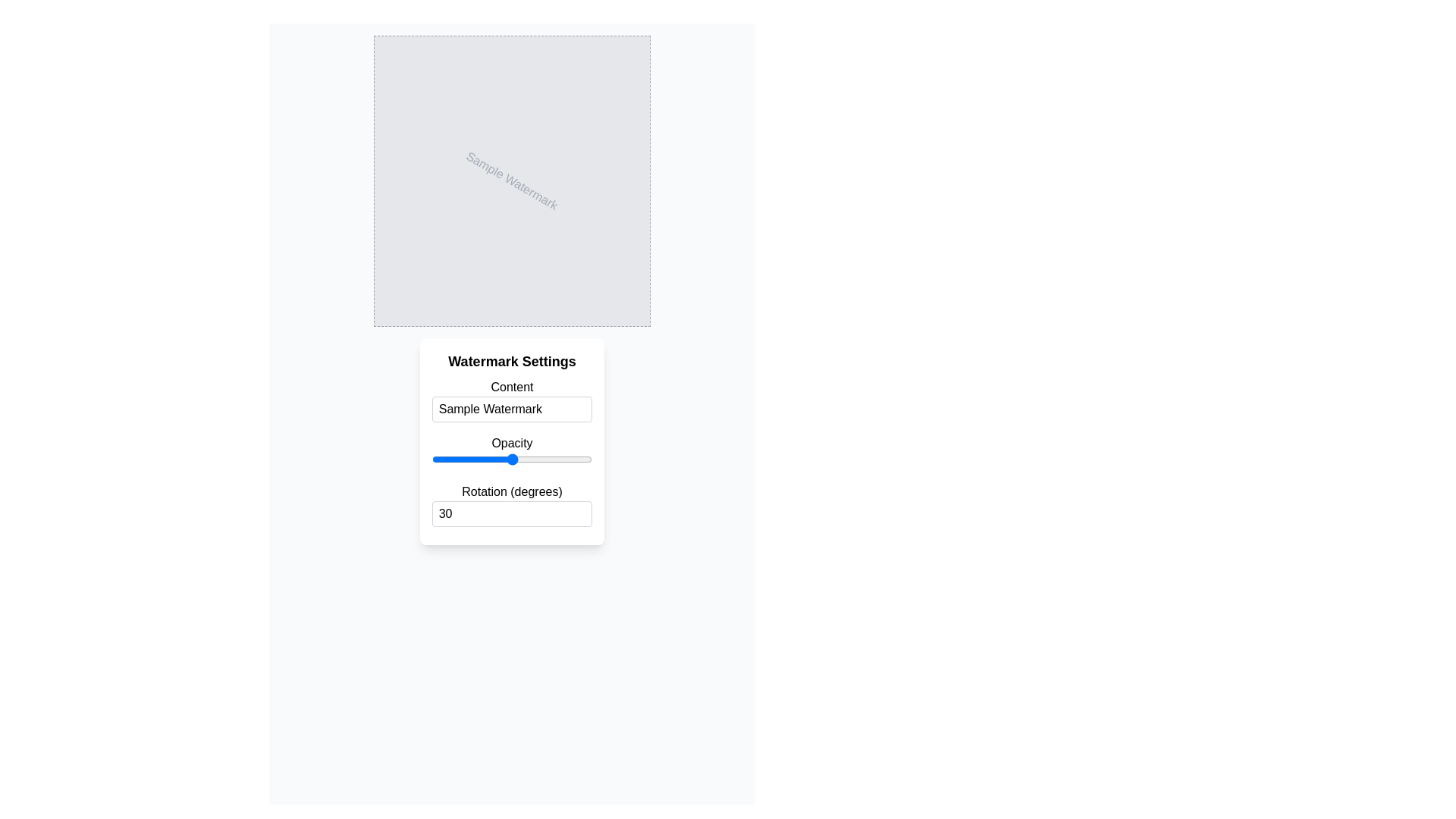  What do you see at coordinates (431, 458) in the screenshot?
I see `the opacity` at bounding box center [431, 458].